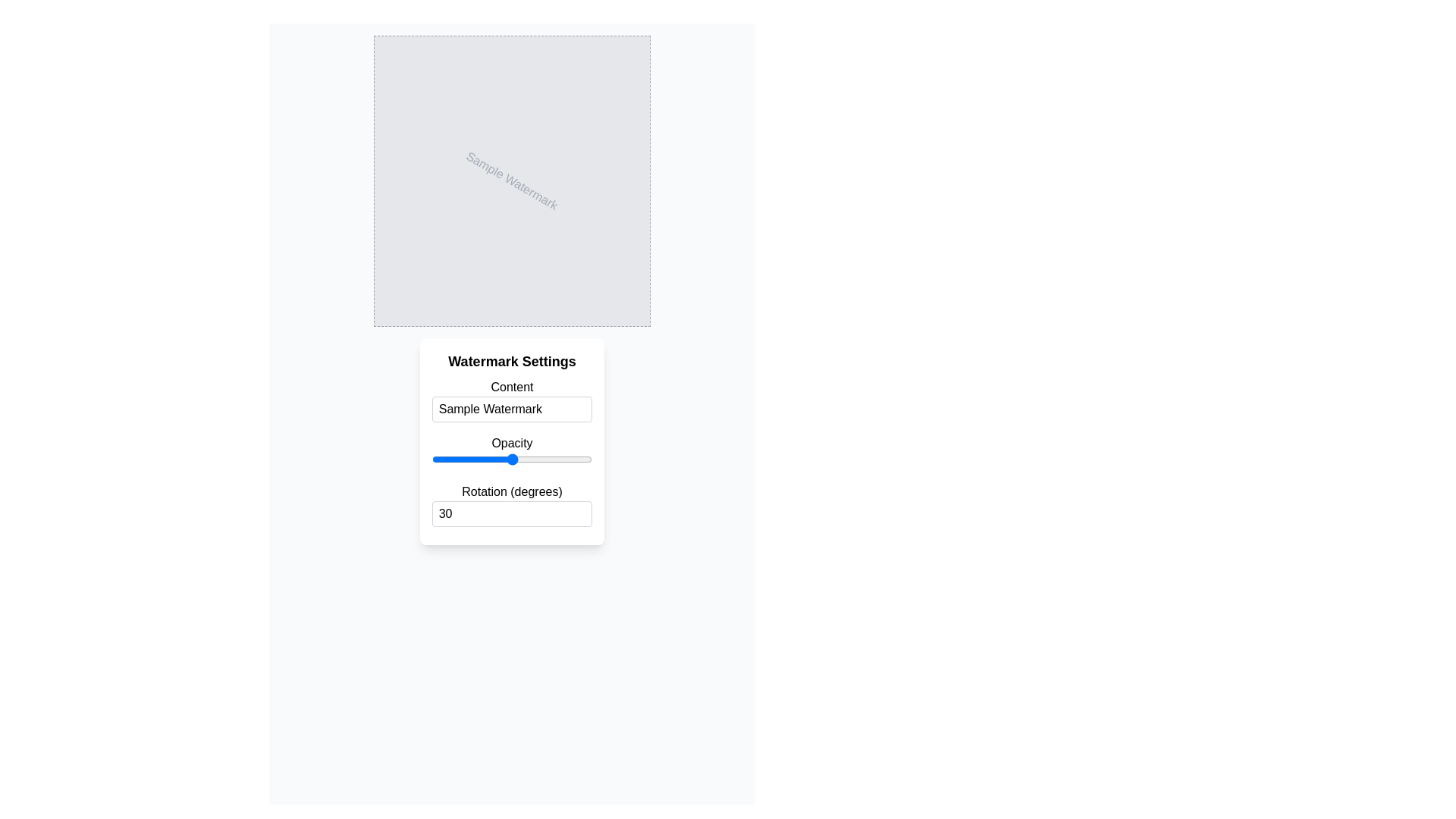  What do you see at coordinates (431, 458) in the screenshot?
I see `the opacity` at bounding box center [431, 458].